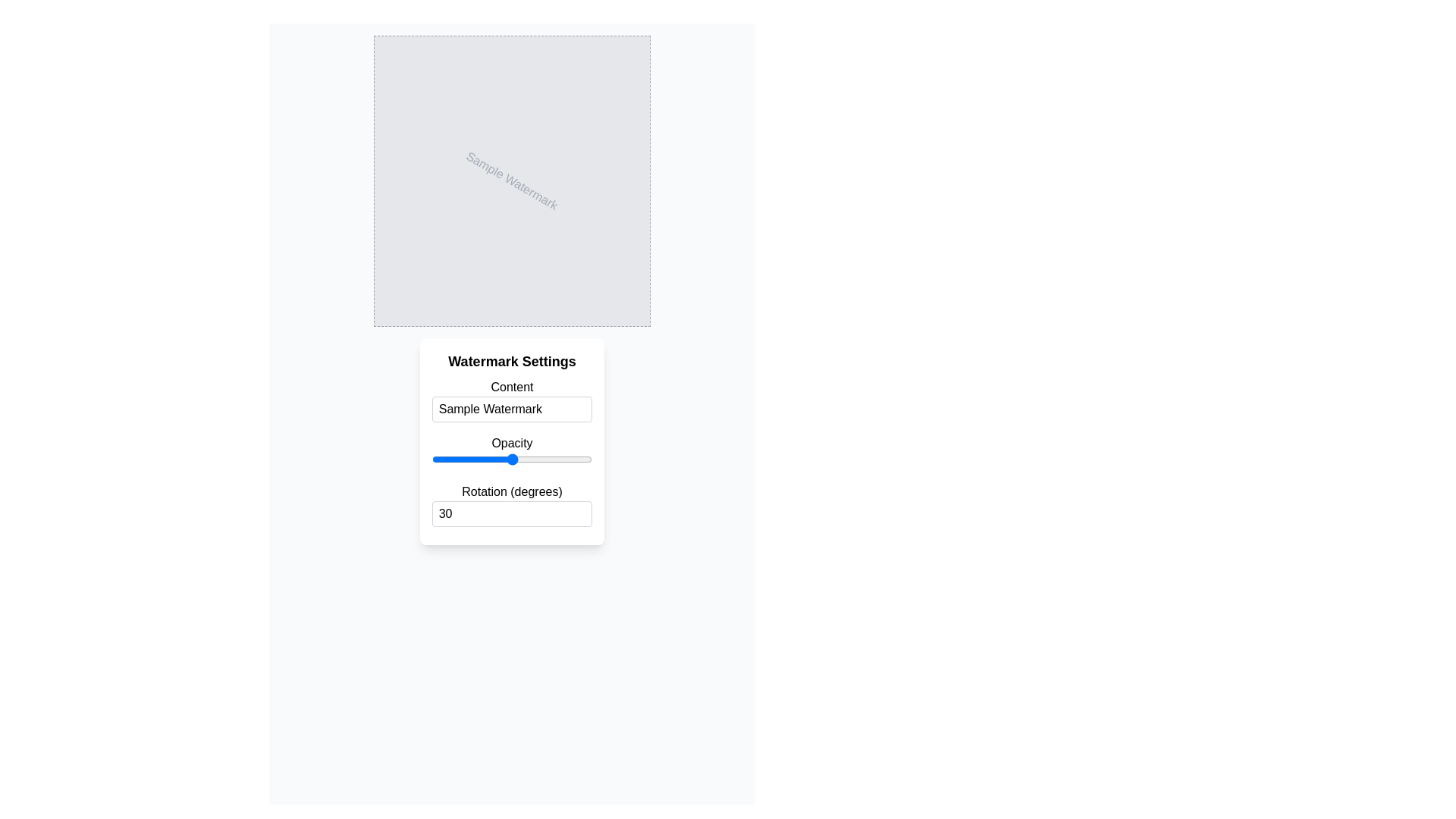  What do you see at coordinates (431, 458) in the screenshot?
I see `the opacity` at bounding box center [431, 458].